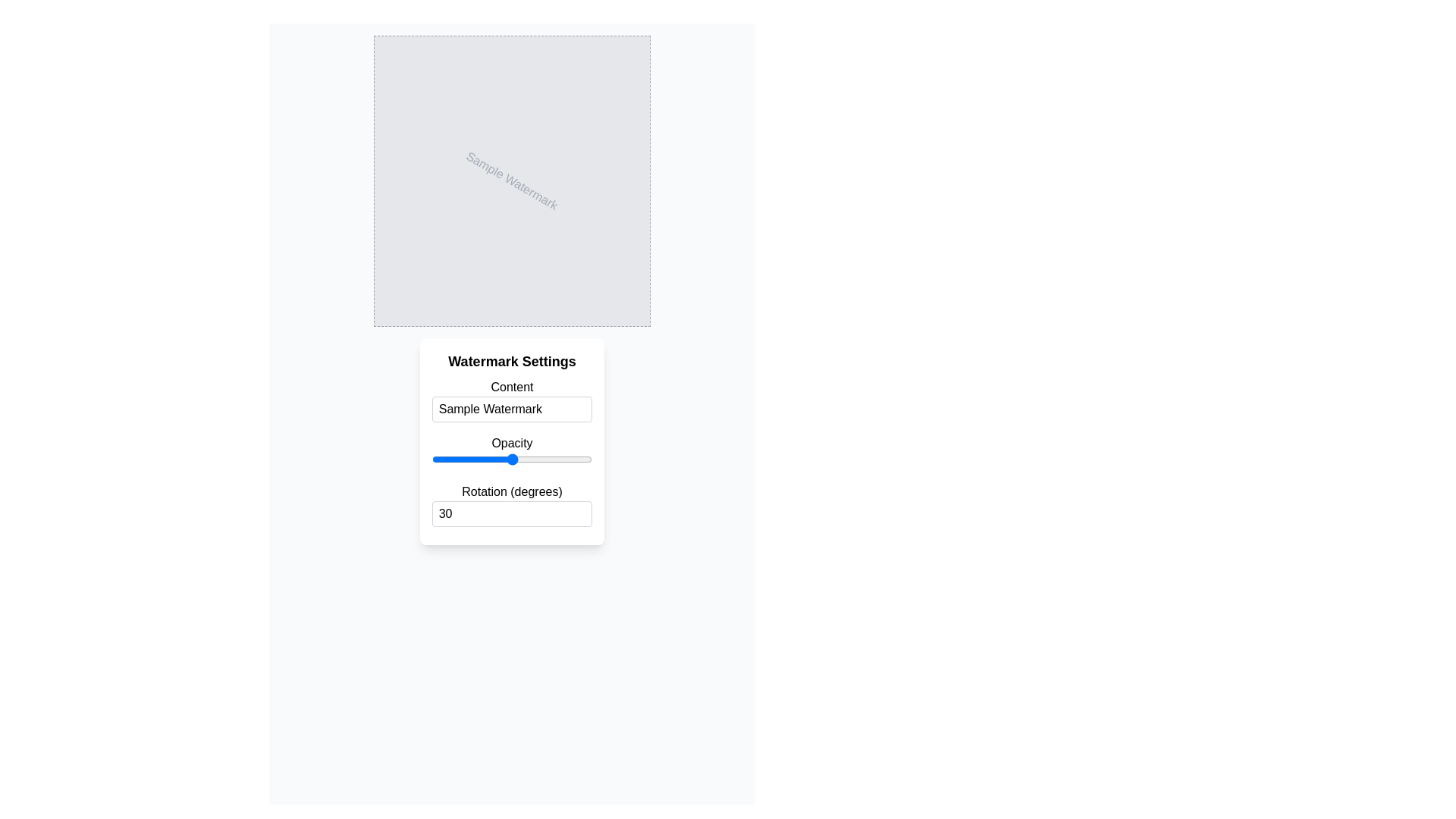  What do you see at coordinates (431, 458) in the screenshot?
I see `the opacity` at bounding box center [431, 458].